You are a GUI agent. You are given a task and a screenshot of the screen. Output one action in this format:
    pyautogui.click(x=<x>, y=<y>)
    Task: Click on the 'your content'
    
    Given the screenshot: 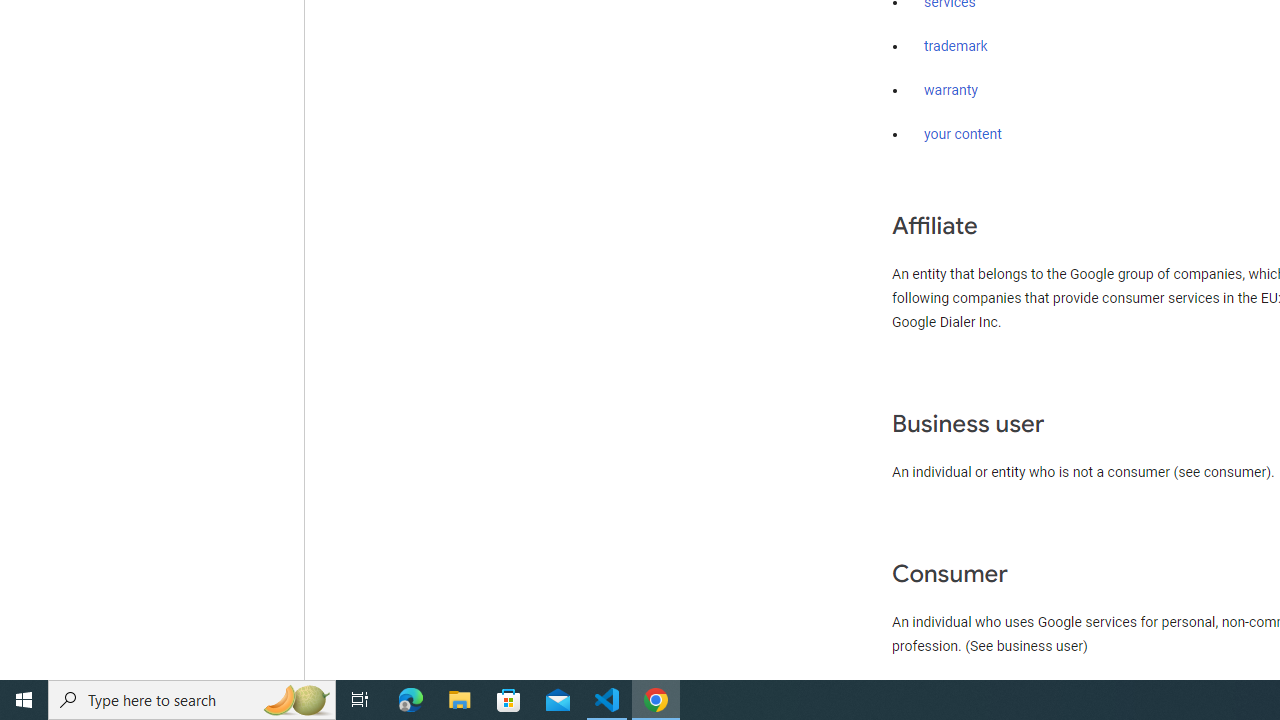 What is the action you would take?
    pyautogui.click(x=963, y=135)
    